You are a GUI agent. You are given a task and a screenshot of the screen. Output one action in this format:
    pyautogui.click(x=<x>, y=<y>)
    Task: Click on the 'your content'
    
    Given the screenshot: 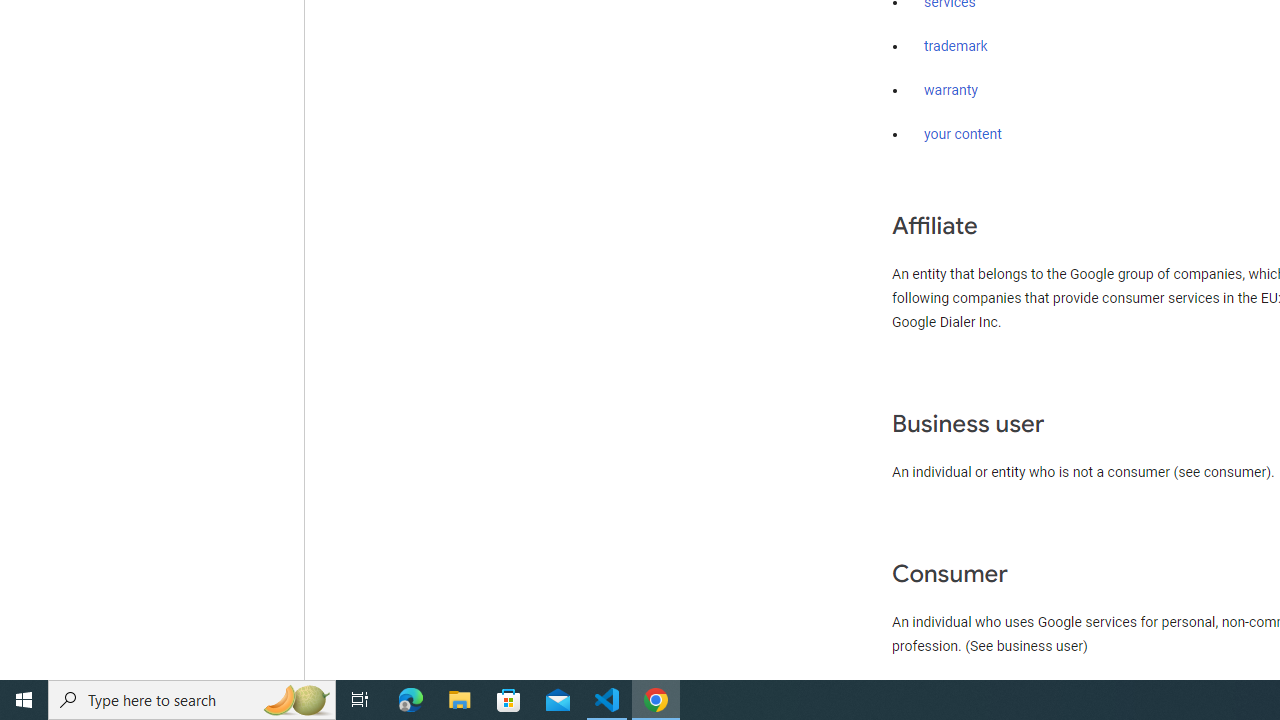 What is the action you would take?
    pyautogui.click(x=963, y=135)
    